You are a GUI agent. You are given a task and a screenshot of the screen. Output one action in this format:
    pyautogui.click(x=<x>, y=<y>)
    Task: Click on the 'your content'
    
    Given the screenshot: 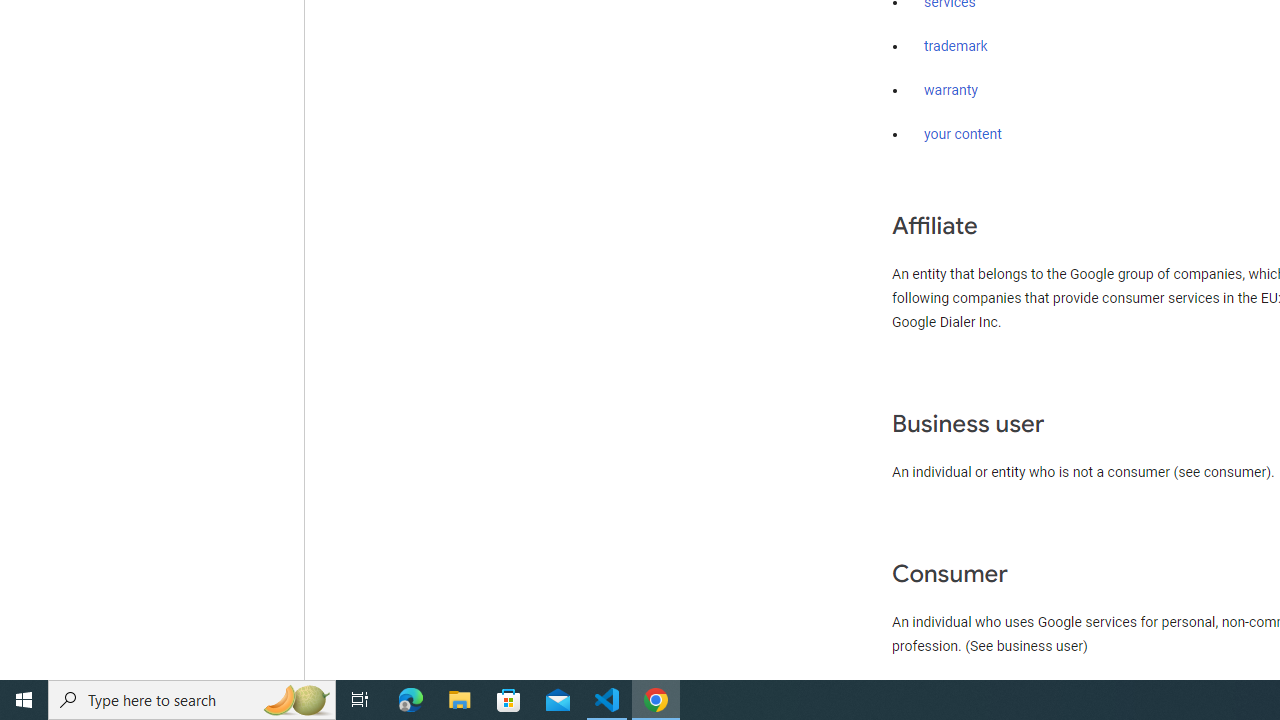 What is the action you would take?
    pyautogui.click(x=963, y=135)
    